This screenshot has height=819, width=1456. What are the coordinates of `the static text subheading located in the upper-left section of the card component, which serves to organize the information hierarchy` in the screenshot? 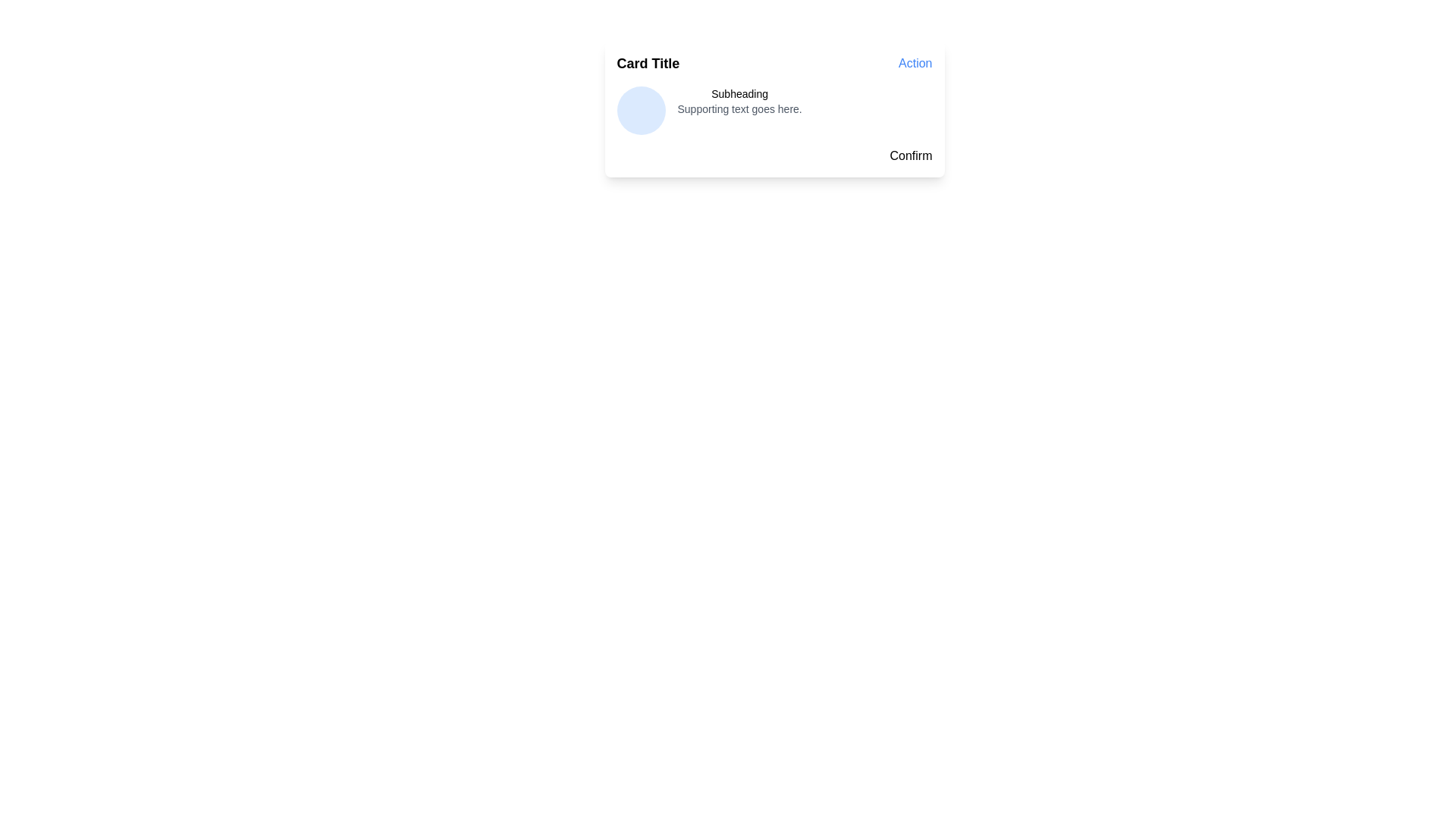 It's located at (739, 93).